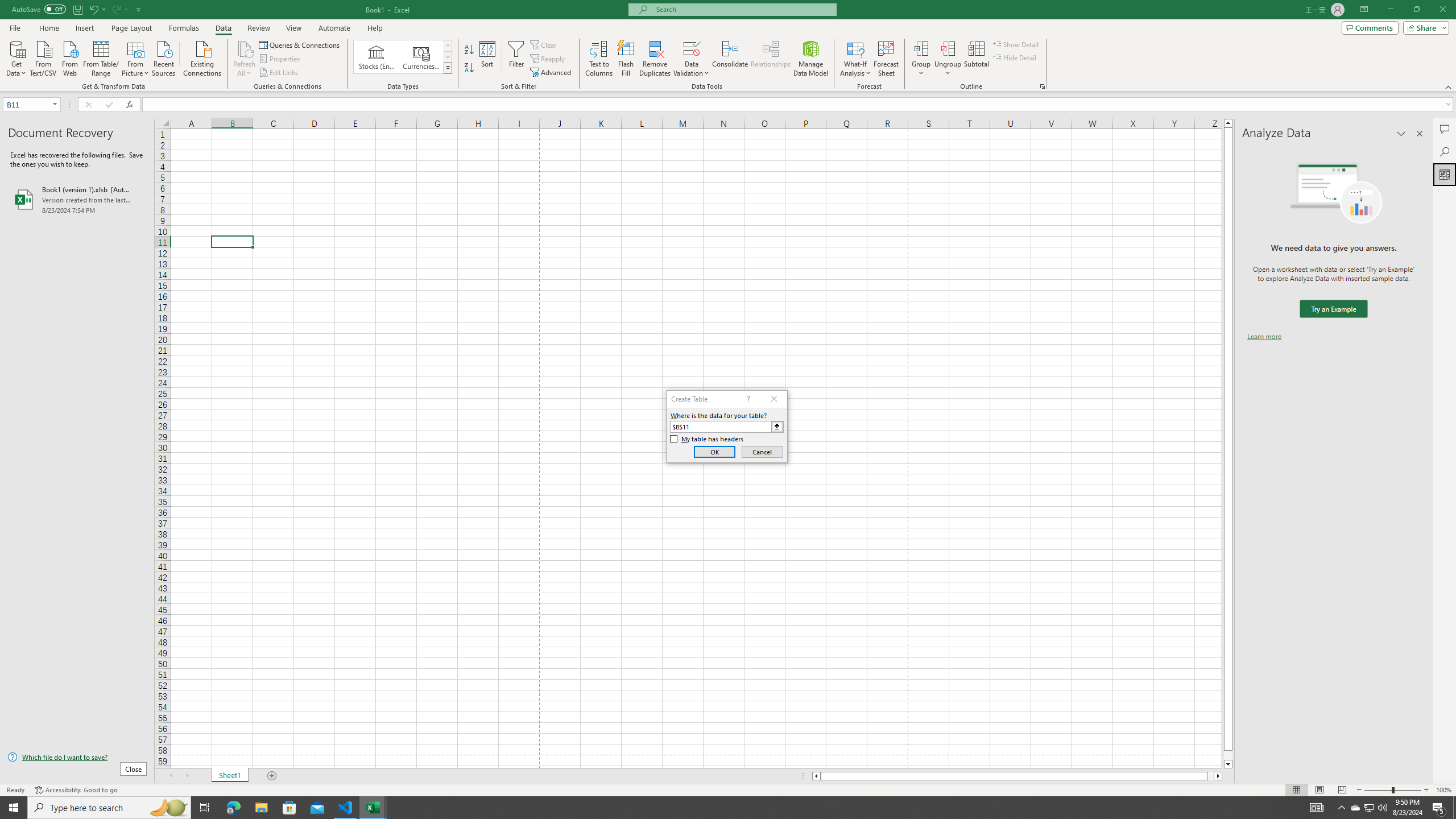 This screenshot has height=819, width=1456. Describe the element at coordinates (201, 57) in the screenshot. I see `'Existing Connections'` at that location.